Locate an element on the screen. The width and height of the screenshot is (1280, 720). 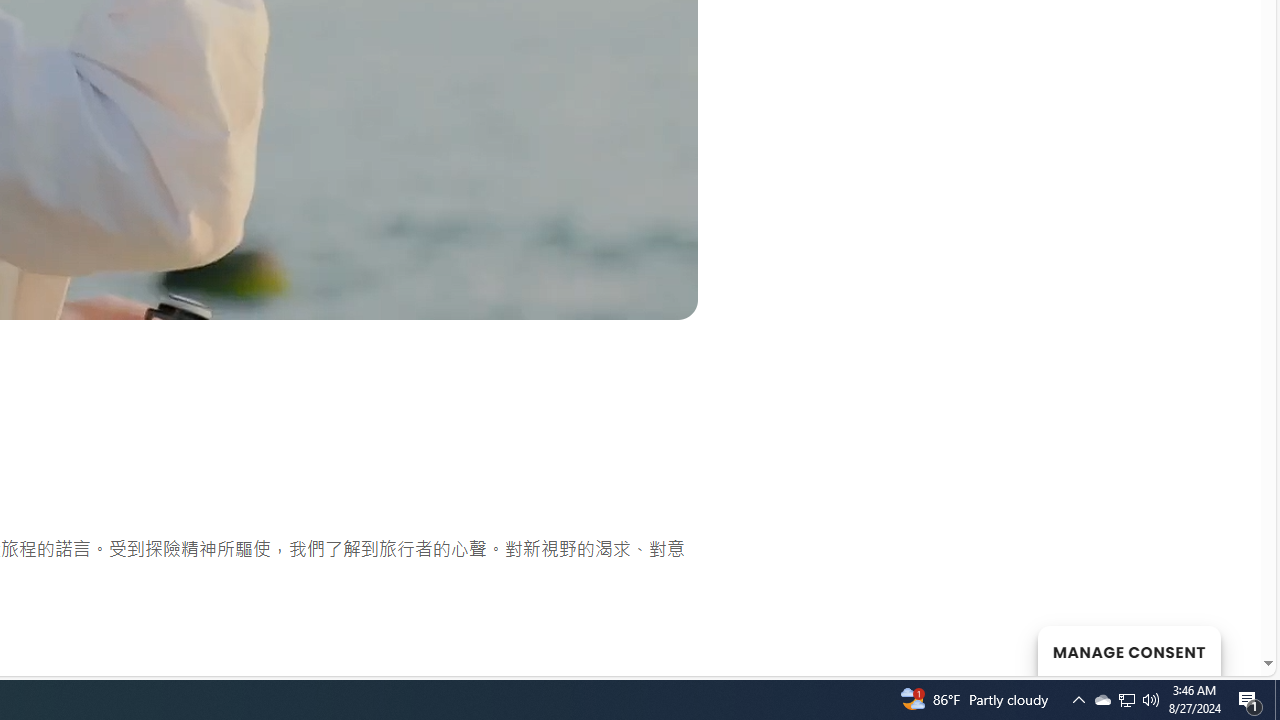
'MANAGE CONSENT' is located at coordinates (1128, 650).